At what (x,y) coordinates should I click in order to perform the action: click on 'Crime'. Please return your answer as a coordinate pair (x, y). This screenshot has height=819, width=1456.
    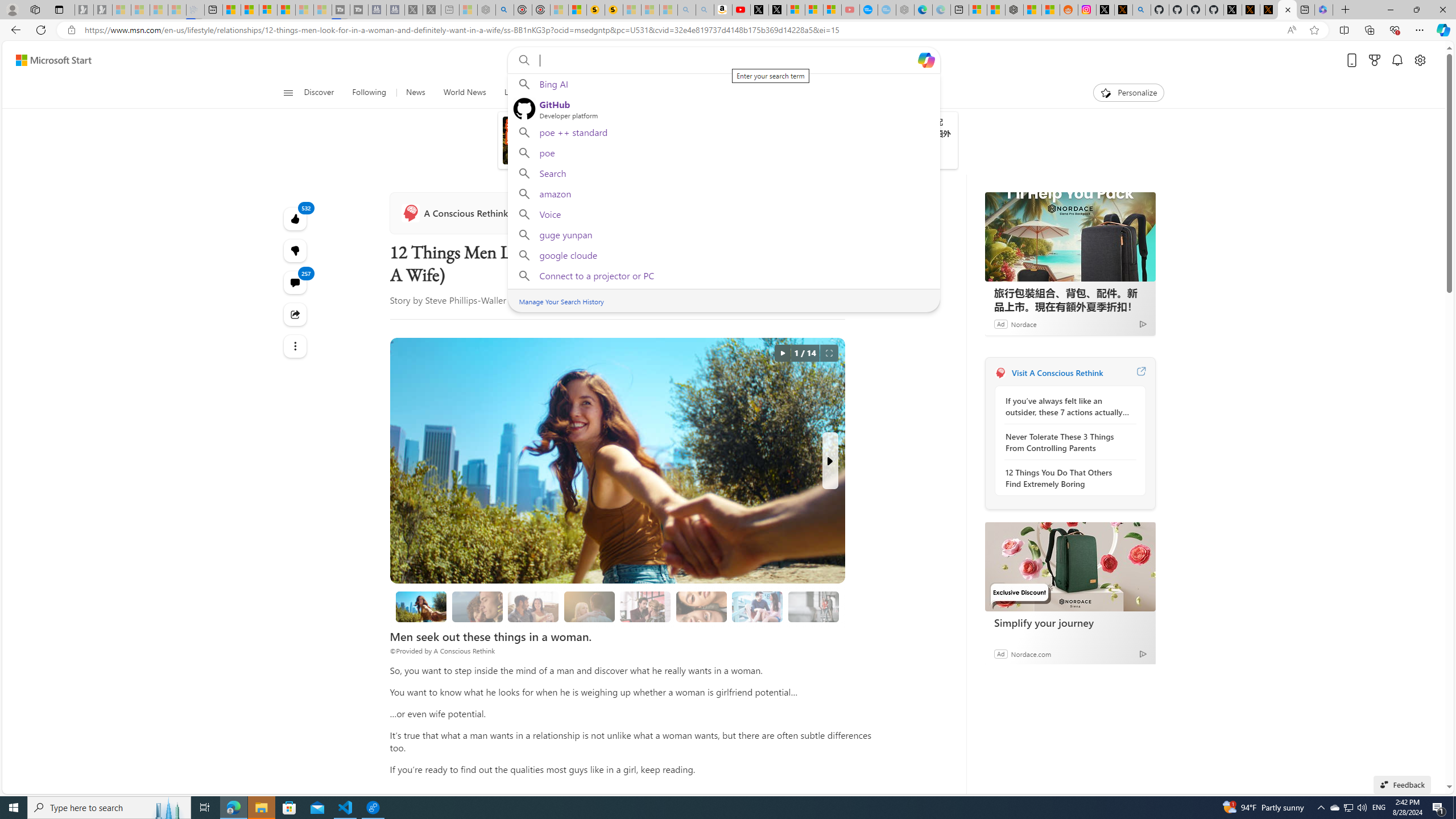
    Looking at the image, I should click on (653, 92).